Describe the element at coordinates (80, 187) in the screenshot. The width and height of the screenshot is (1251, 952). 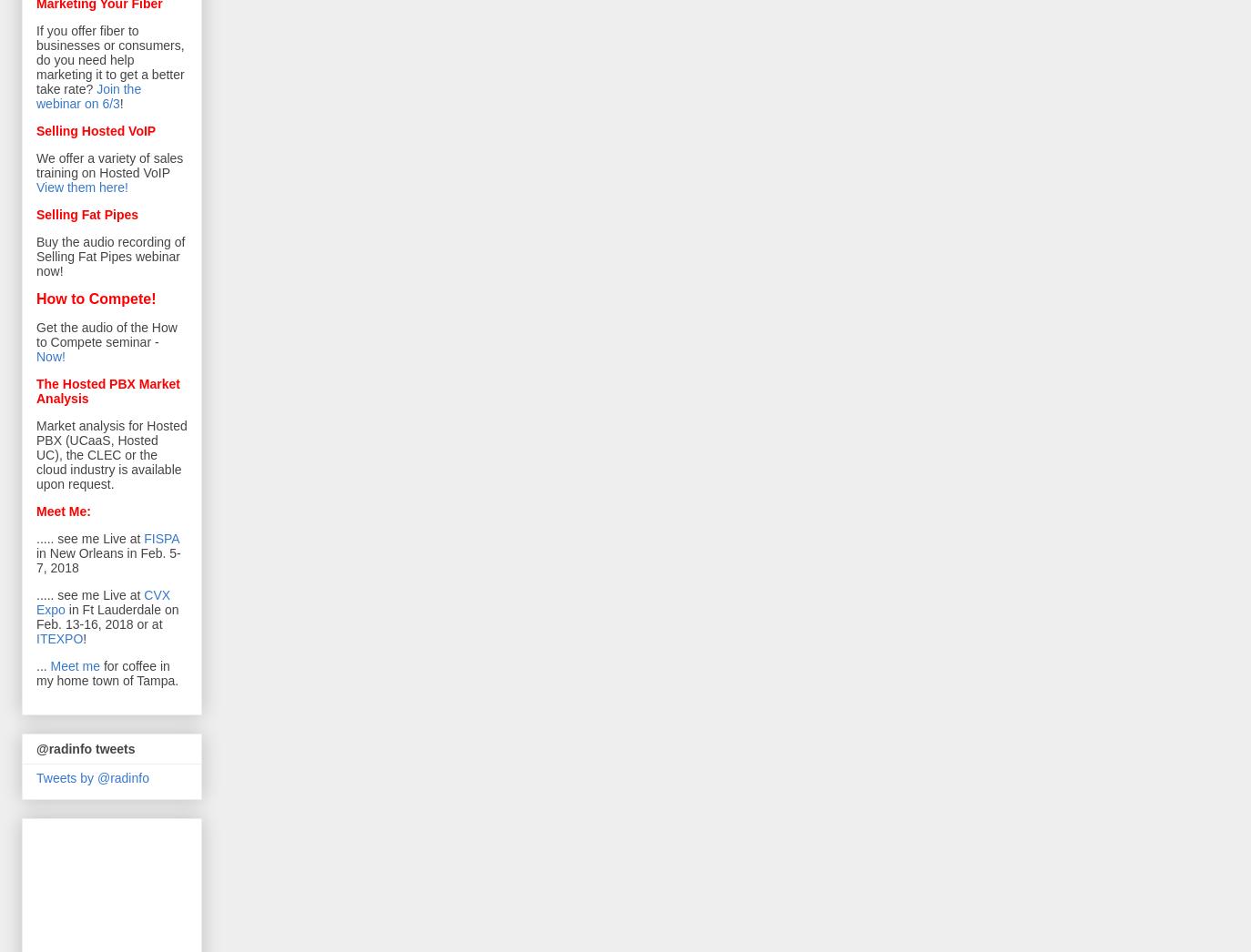
I see `'View them here!'` at that location.